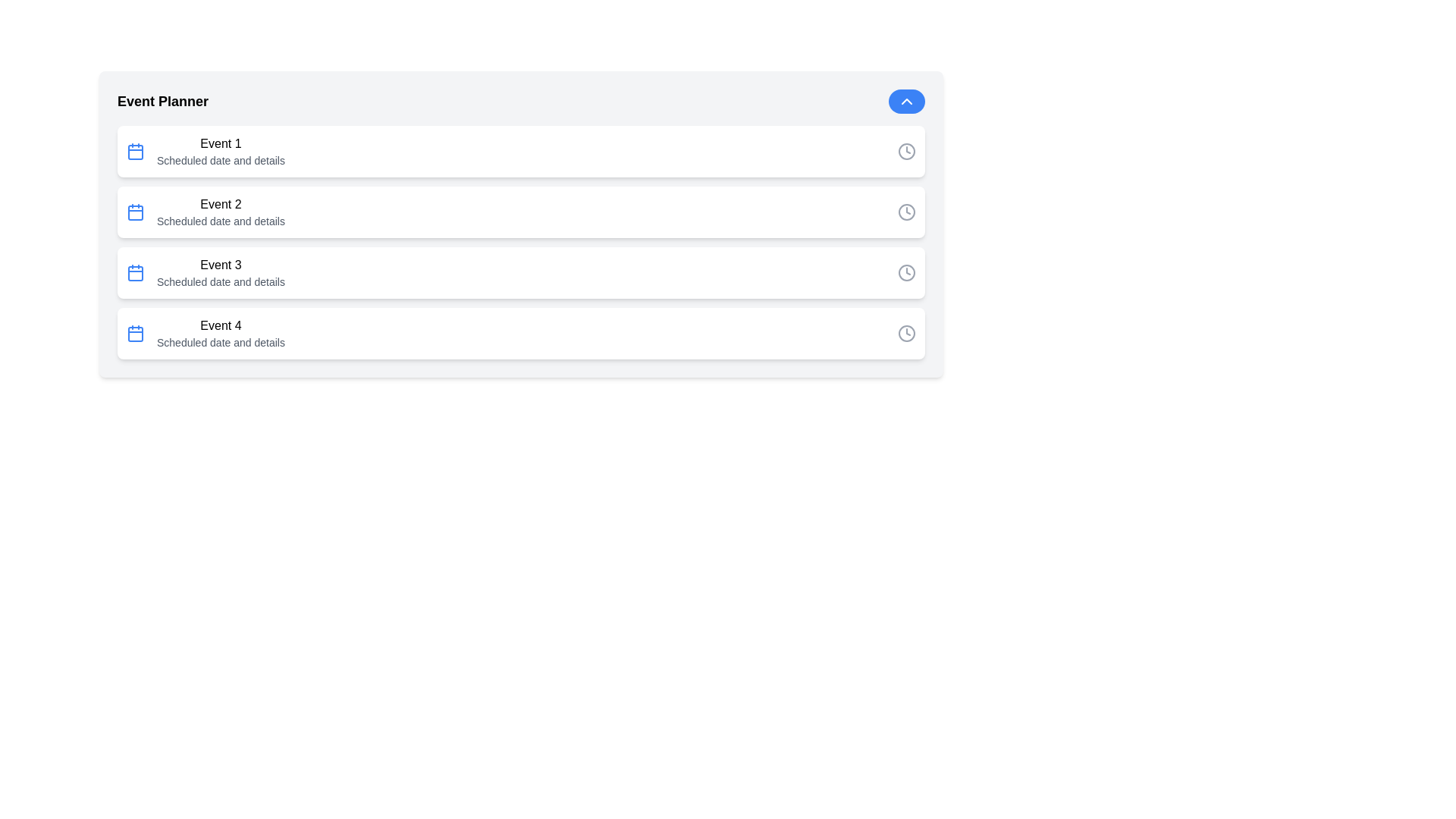 The width and height of the screenshot is (1456, 819). What do you see at coordinates (906, 212) in the screenshot?
I see `the SVG circle element that represents the main frame of the clock icon, located in the second event entry's row, towards the right end` at bounding box center [906, 212].